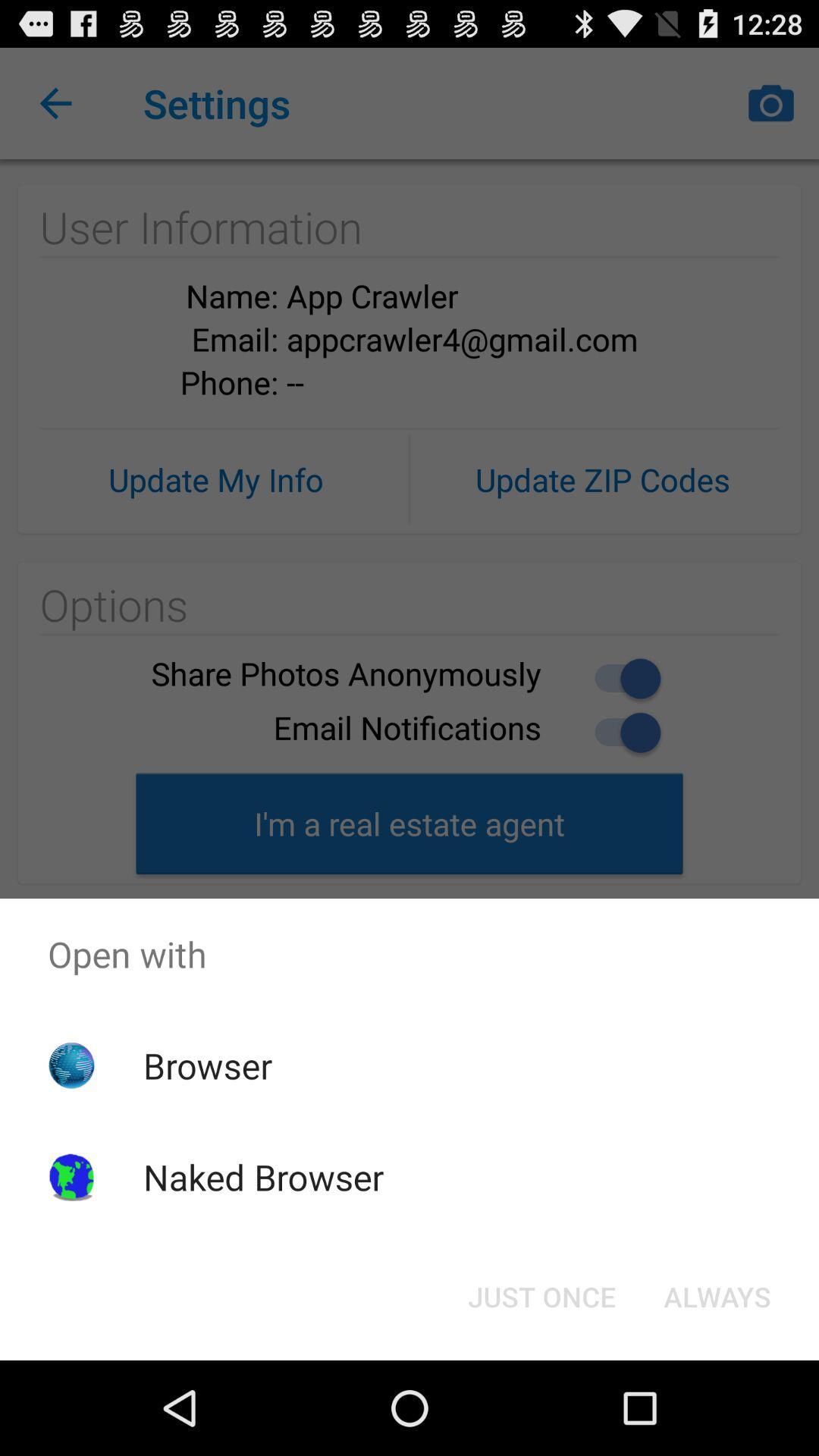 The height and width of the screenshot is (1456, 819). What do you see at coordinates (717, 1295) in the screenshot?
I see `button next to just once icon` at bounding box center [717, 1295].